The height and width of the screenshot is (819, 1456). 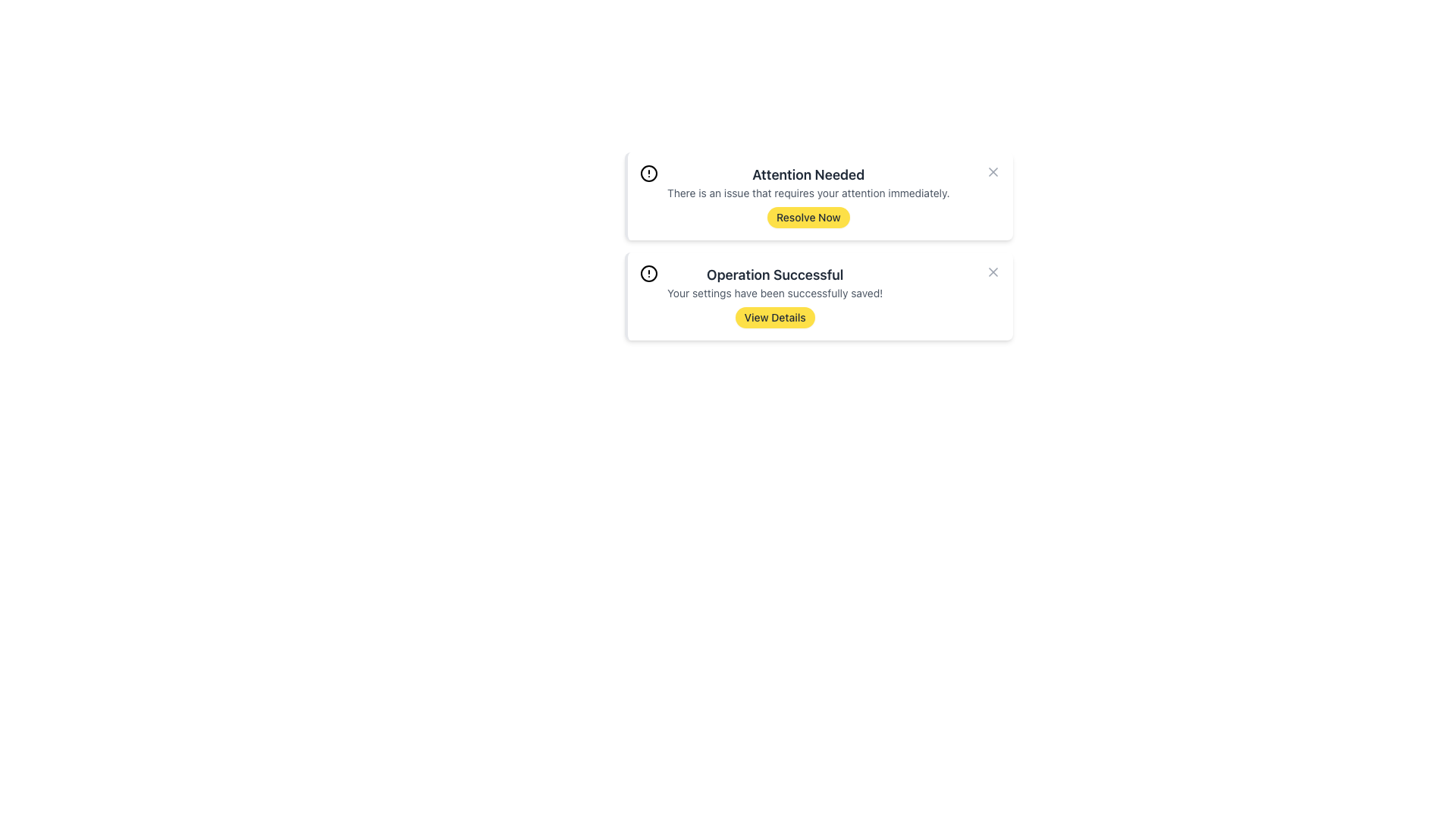 What do you see at coordinates (648, 172) in the screenshot?
I see `the circular icon with a vertical exclamation mark located to the left of the text 'Attention Needed'` at bounding box center [648, 172].